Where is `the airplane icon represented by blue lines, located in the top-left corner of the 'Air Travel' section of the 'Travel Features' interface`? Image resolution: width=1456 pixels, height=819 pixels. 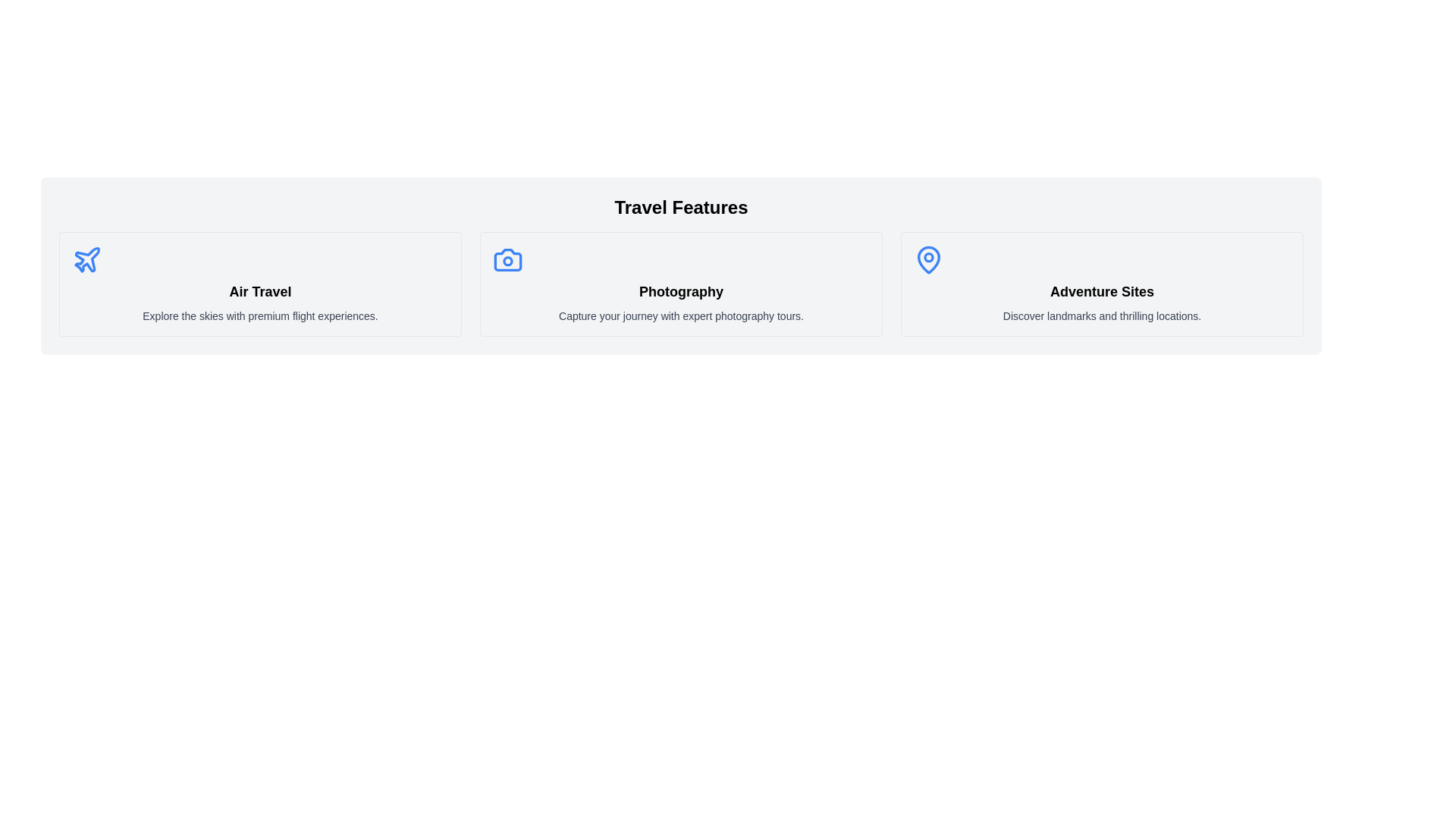
the airplane icon represented by blue lines, located in the top-left corner of the 'Air Travel' section of the 'Travel Features' interface is located at coordinates (86, 259).